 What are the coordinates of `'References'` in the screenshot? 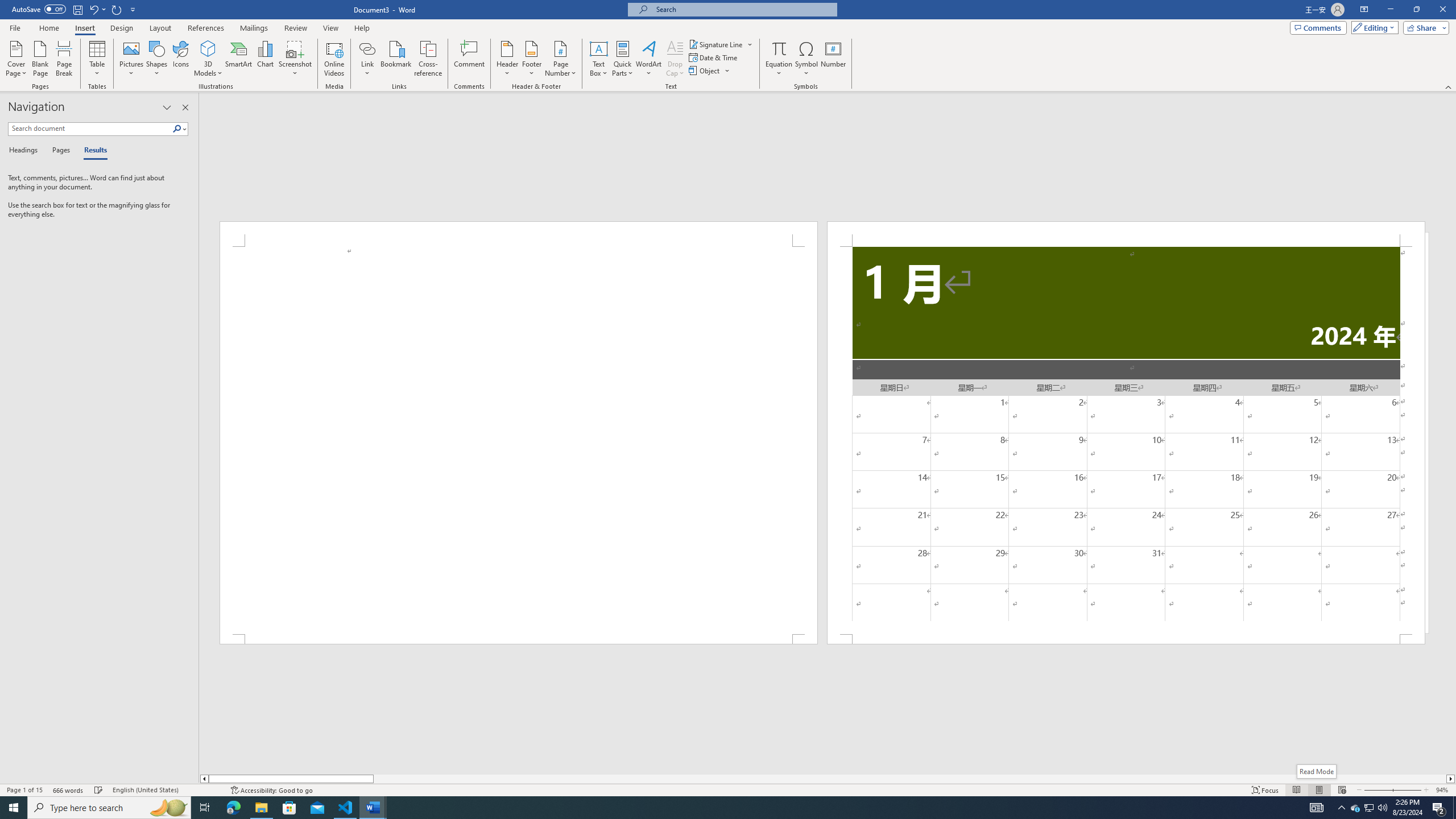 It's located at (206, 28).